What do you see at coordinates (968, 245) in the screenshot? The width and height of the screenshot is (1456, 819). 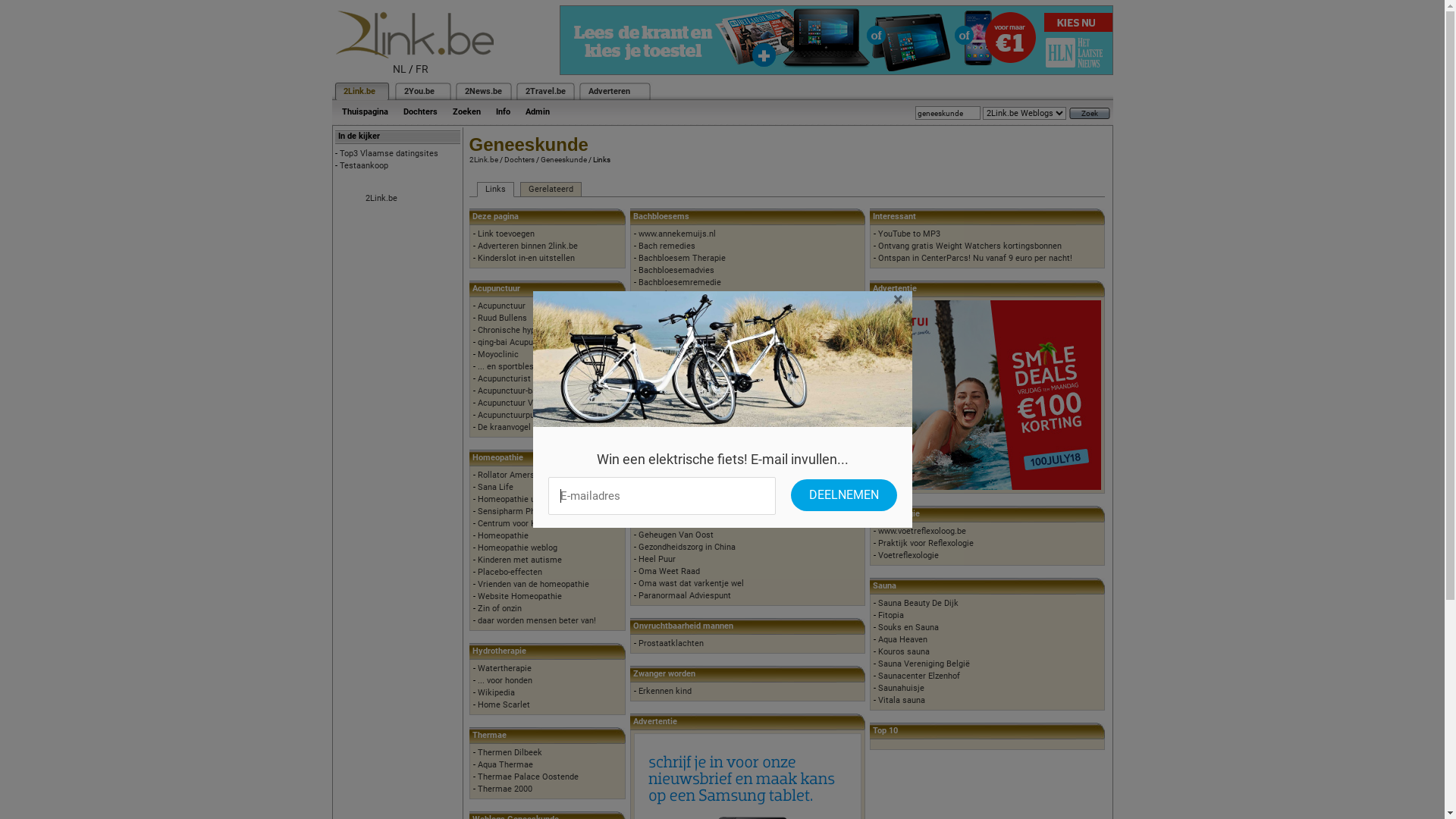 I see `'Ontvang gratis Weight Watchers kortingsbonnen'` at bounding box center [968, 245].